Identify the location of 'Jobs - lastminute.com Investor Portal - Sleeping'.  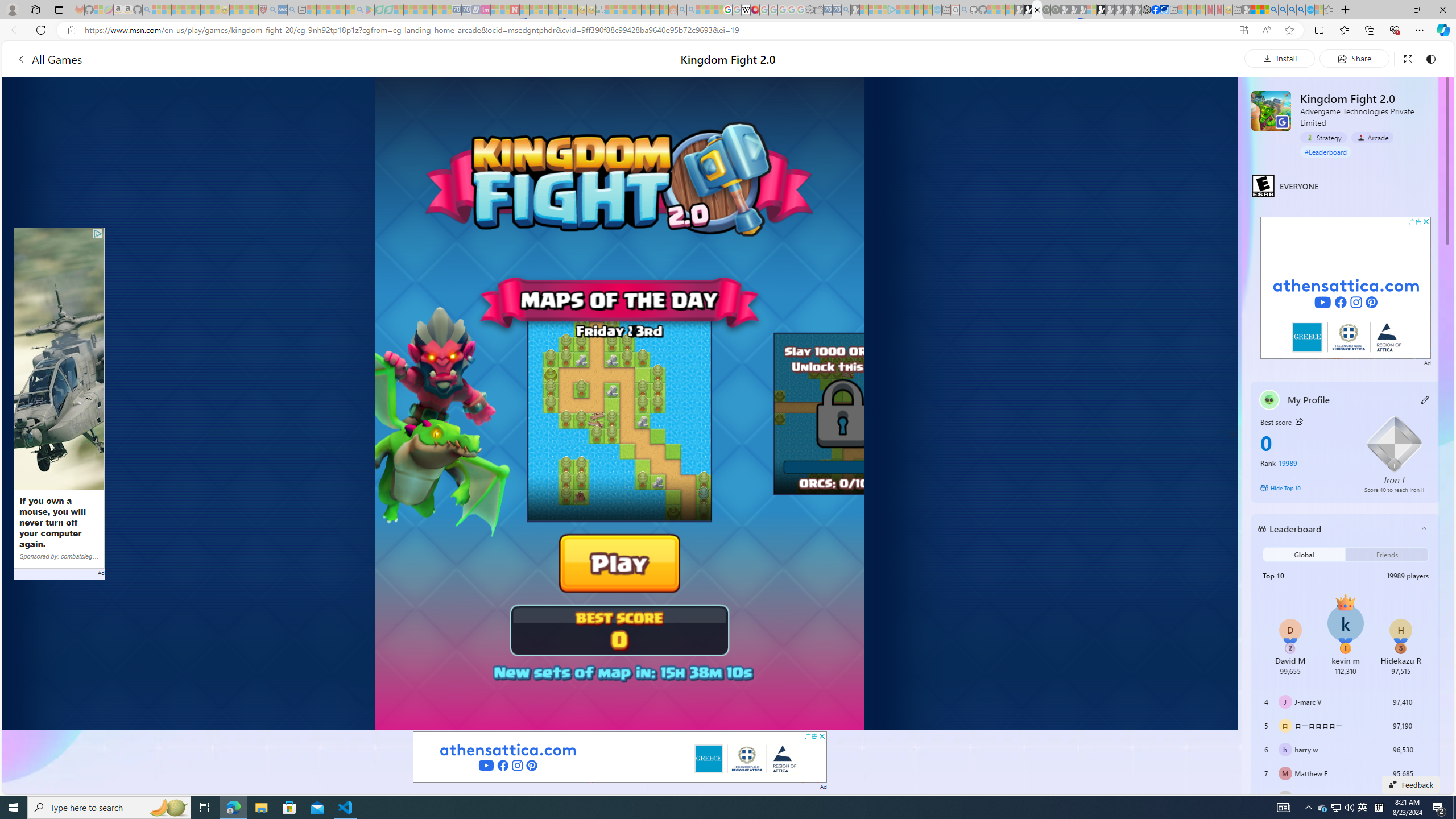
(485, 9).